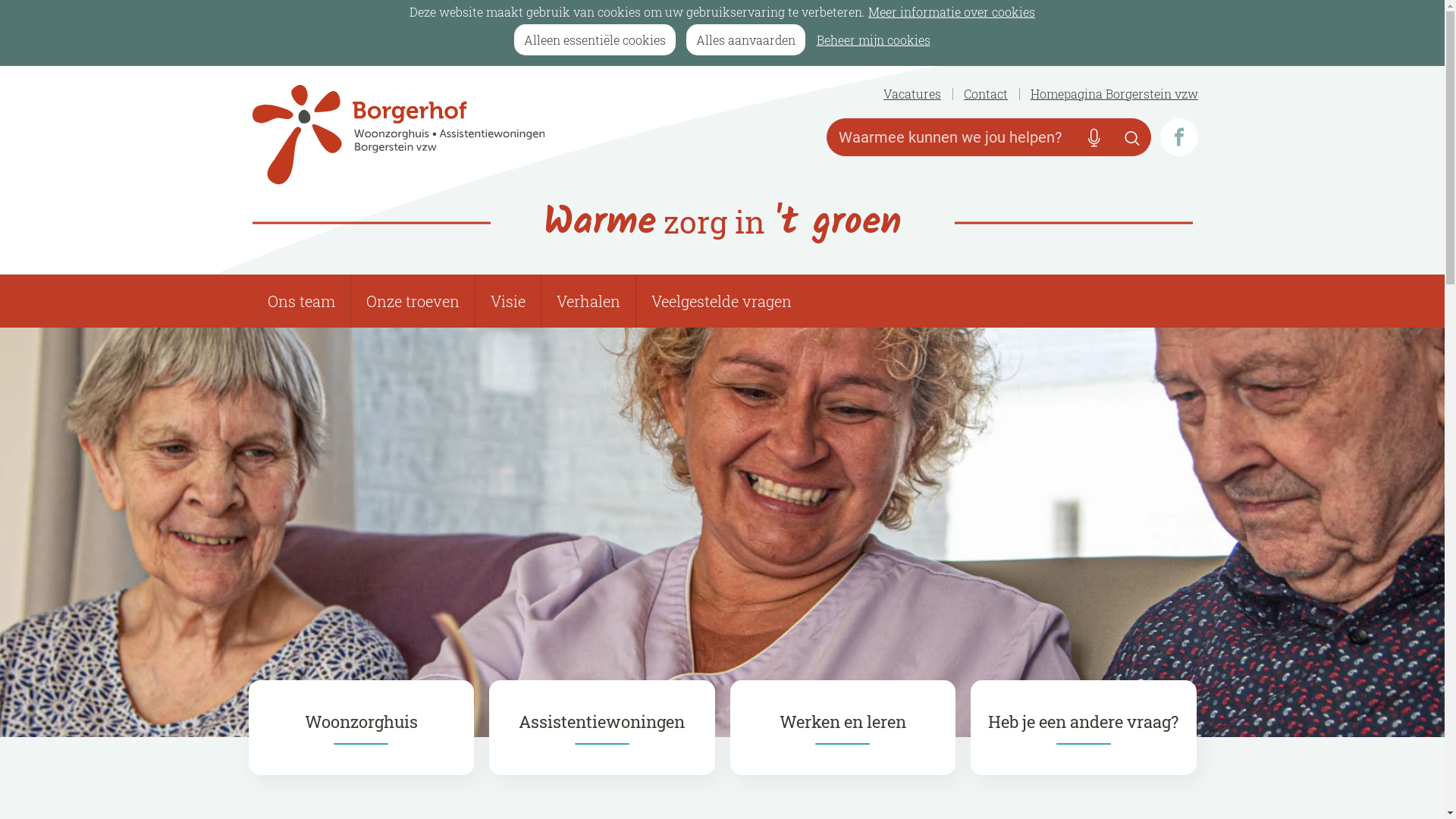 The width and height of the screenshot is (1456, 819). What do you see at coordinates (720, 301) in the screenshot?
I see `'Veelgestelde vragen'` at bounding box center [720, 301].